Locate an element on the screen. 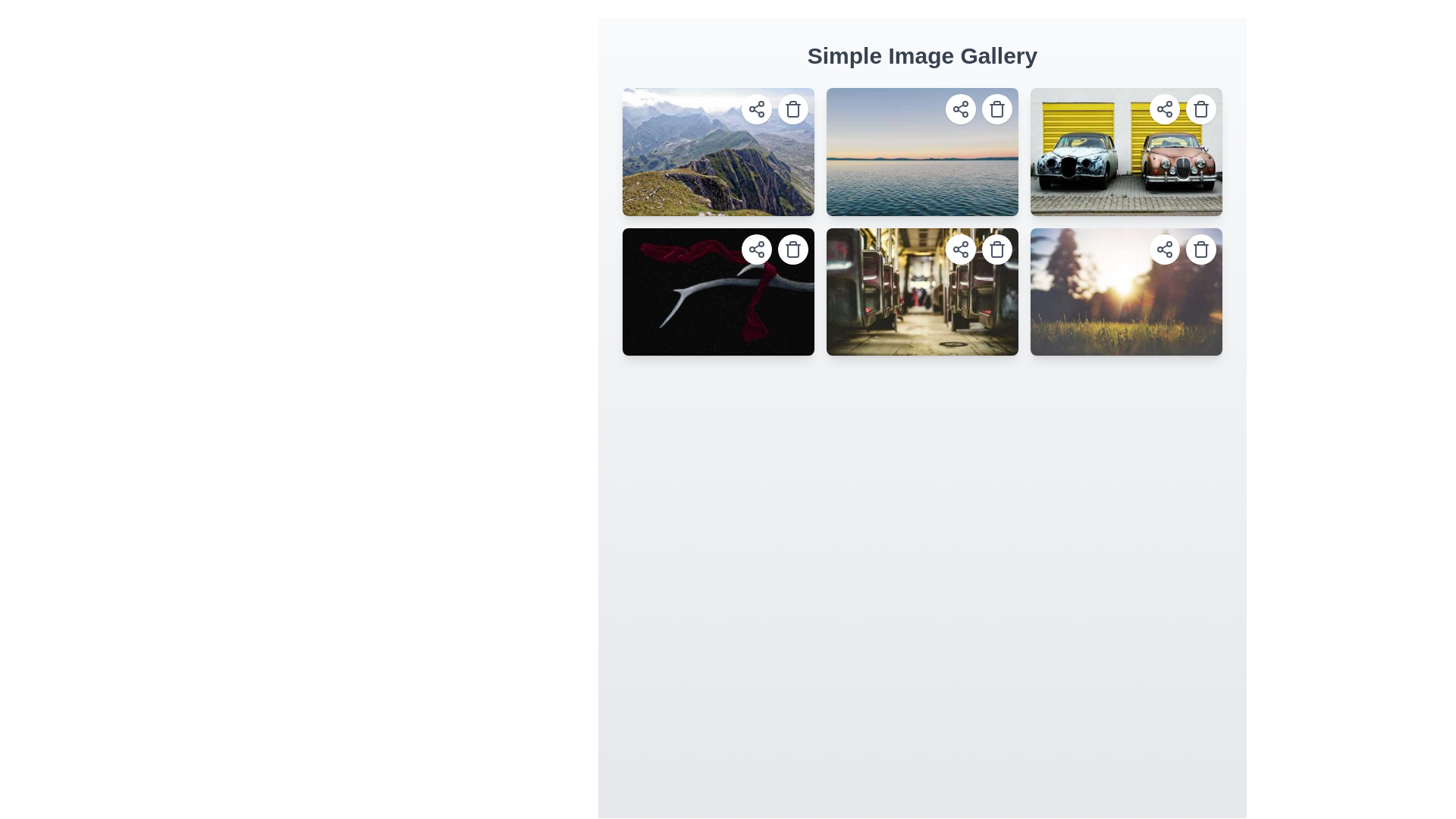 The width and height of the screenshot is (1456, 819). the delete icon button (trash can icon) located in the top-right corner of the second row of images is located at coordinates (997, 247).